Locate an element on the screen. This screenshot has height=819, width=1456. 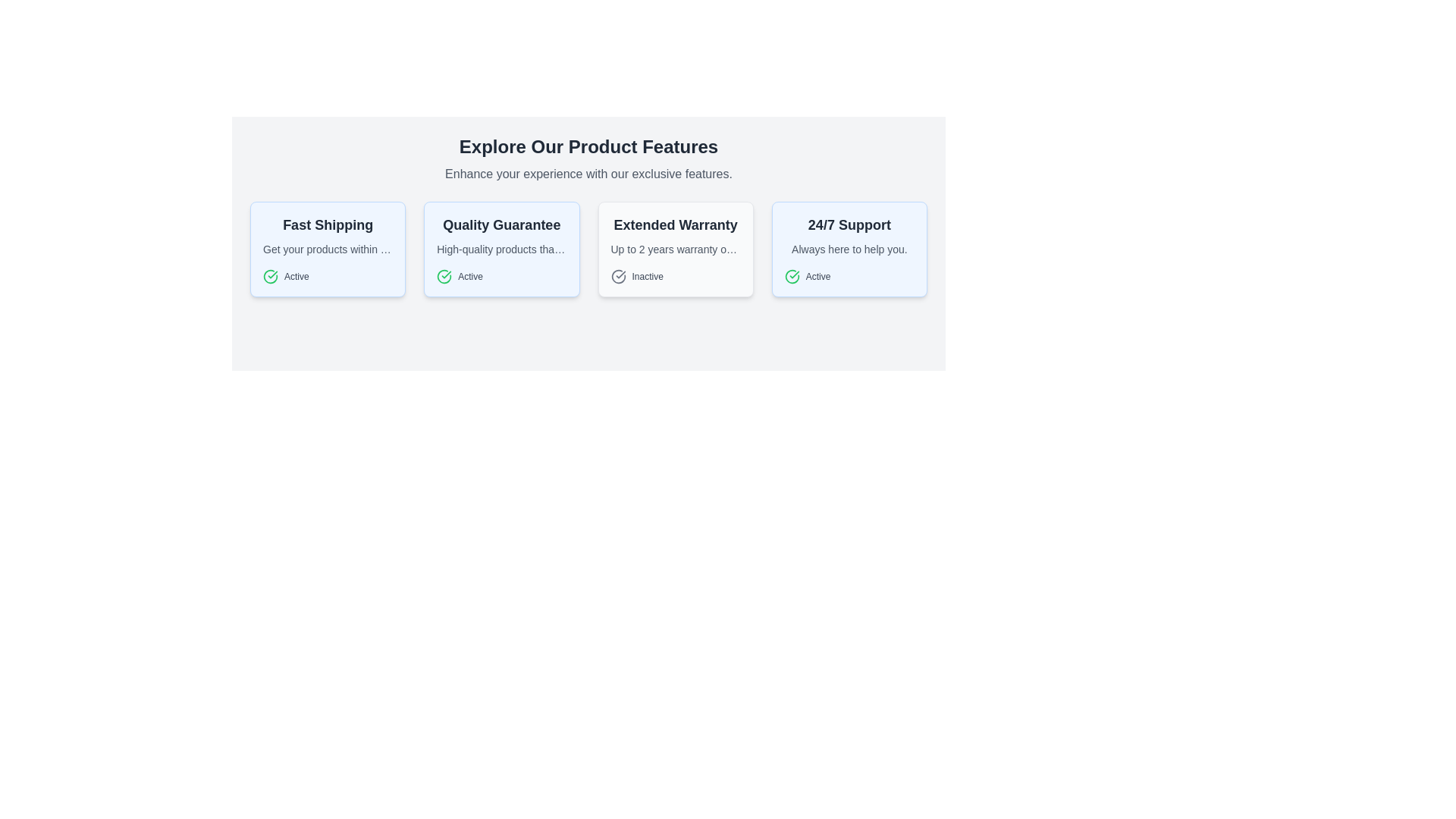
text block element displaying 'High-quality products that last.' which is styled with a gray font color and located below the title 'Quality Guarantee' in the second card of a horizontally arranged set of four cards is located at coordinates (501, 248).